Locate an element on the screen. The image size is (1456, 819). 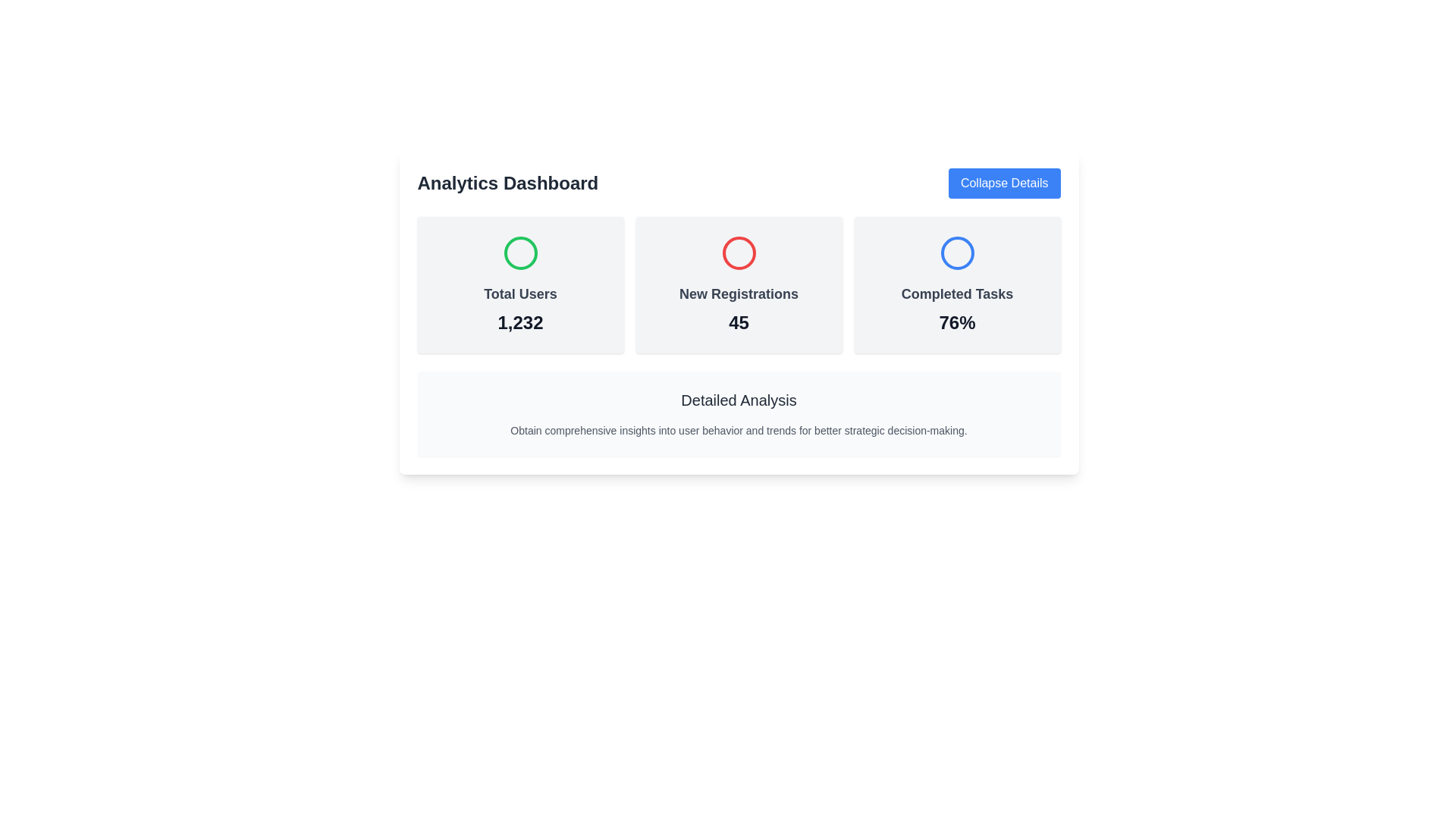
the percentage text element that indicates the completion rate of tasks, located below 'Completed Tasks' in the third card of the interface layout is located at coordinates (956, 322).